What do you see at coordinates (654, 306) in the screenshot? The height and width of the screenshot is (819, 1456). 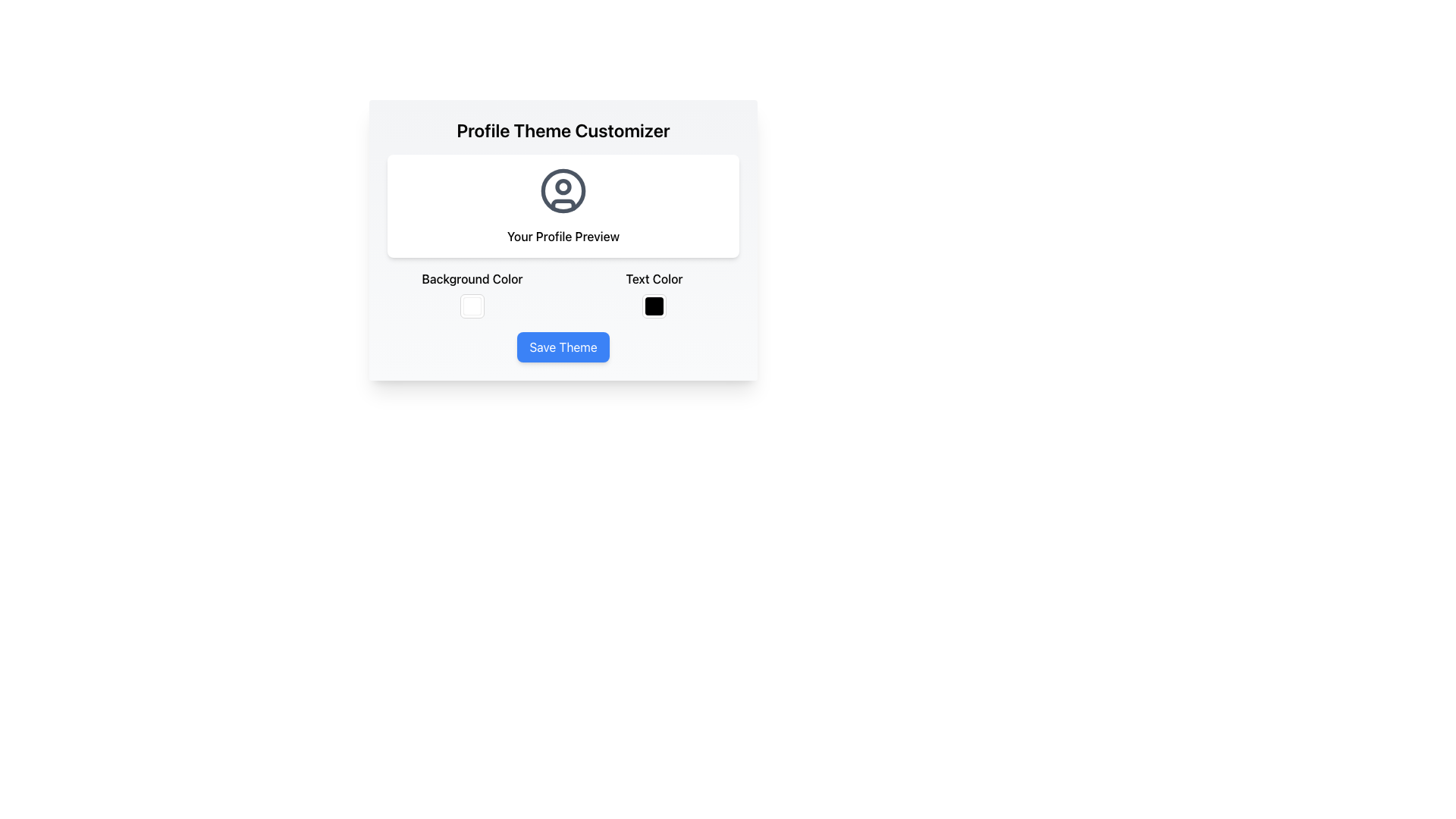 I see `the black square color picker trigger element located to the right of the 'Text Color' label` at bounding box center [654, 306].